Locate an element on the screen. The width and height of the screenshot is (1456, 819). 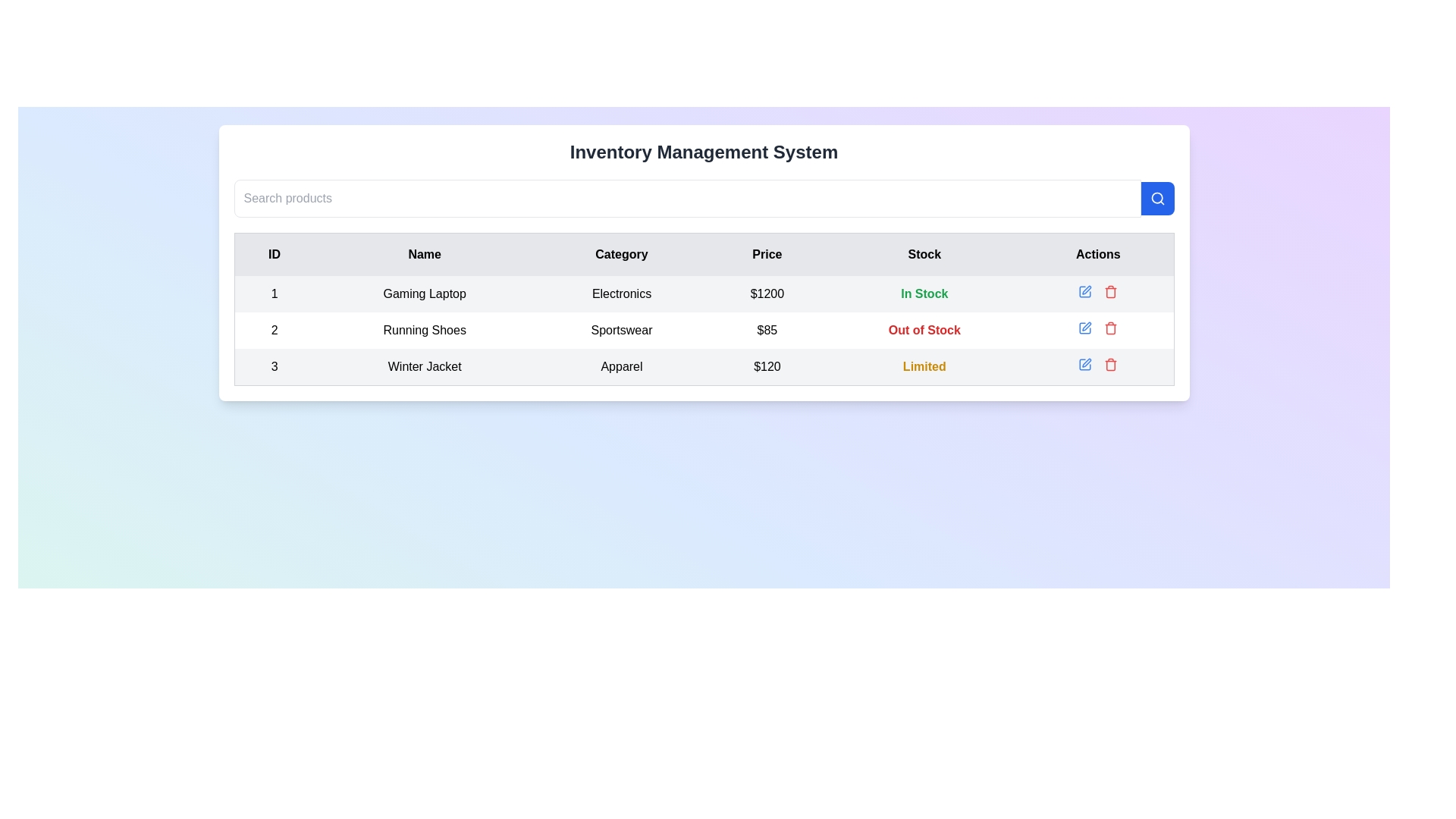
the 'edit' or 'delete' icon in the Actions column for the product 'Running Shoes' is located at coordinates (1098, 327).